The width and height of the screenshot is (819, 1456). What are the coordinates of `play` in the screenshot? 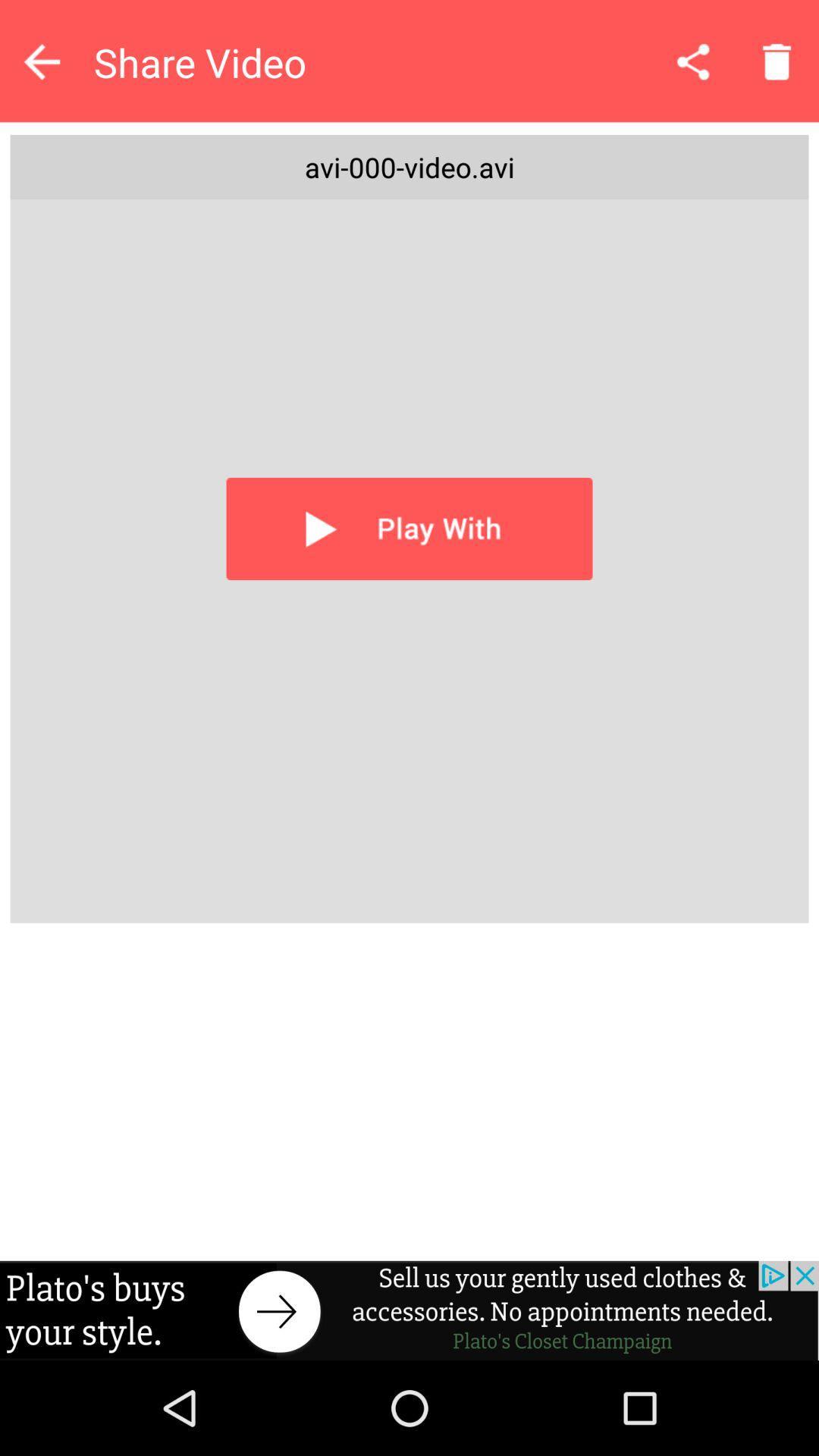 It's located at (409, 529).